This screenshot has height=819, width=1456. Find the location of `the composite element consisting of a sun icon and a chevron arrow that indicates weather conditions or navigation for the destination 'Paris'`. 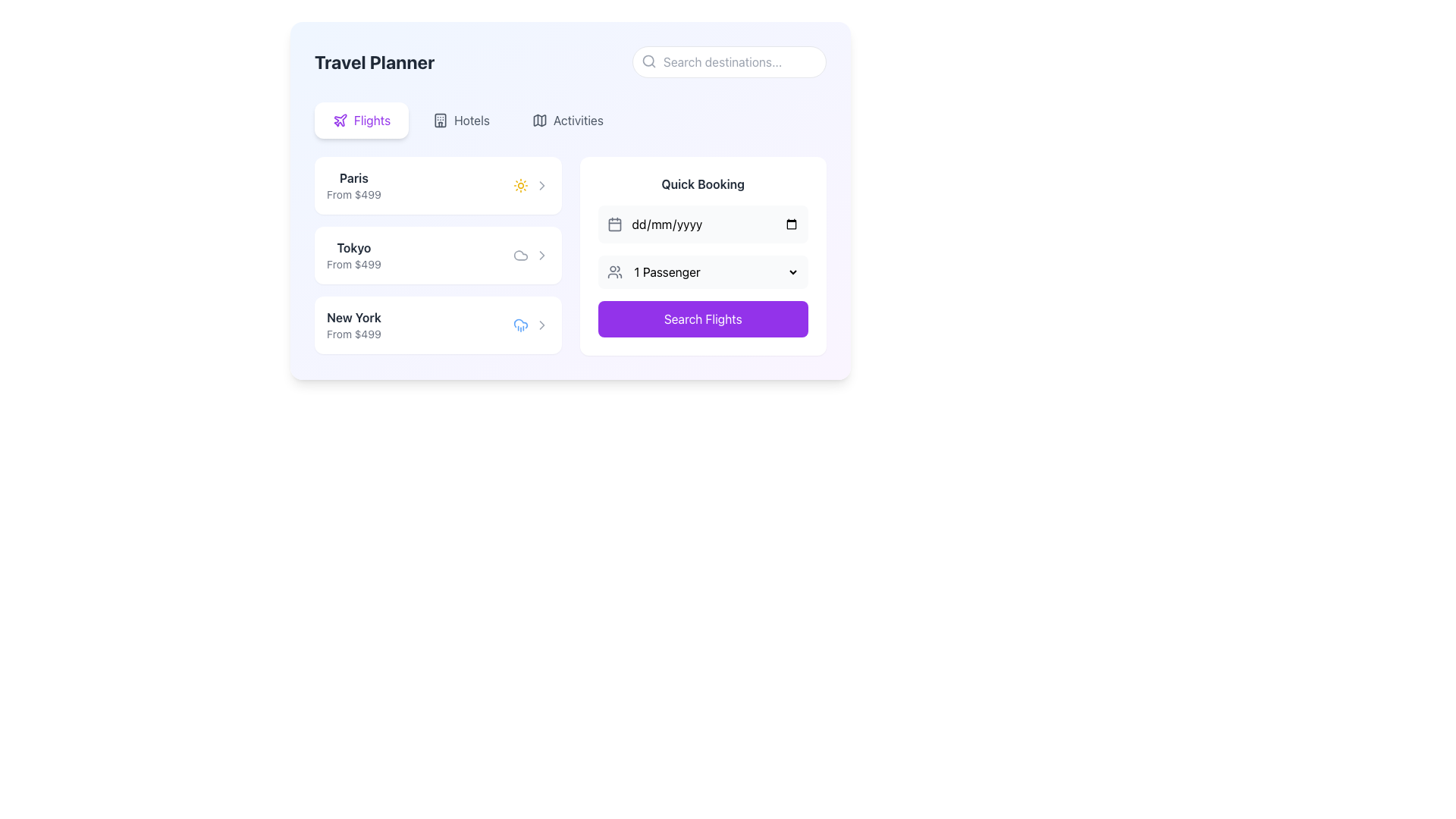

the composite element consisting of a sun icon and a chevron arrow that indicates weather conditions or navigation for the destination 'Paris' is located at coordinates (531, 185).